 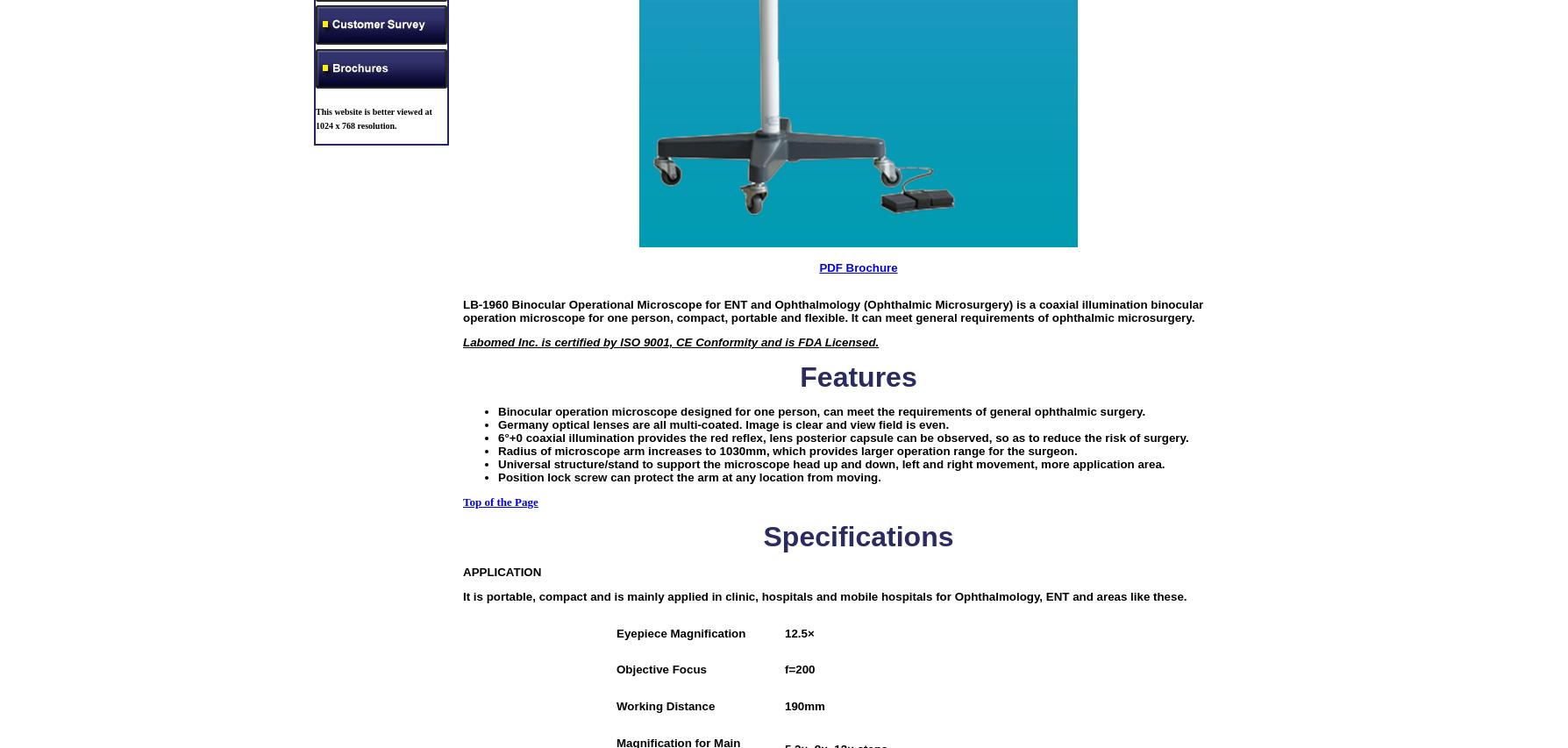 I want to click on 'Germany optical lenses are all multi-coated. Image is clear and view field is even.', so click(x=498, y=423).